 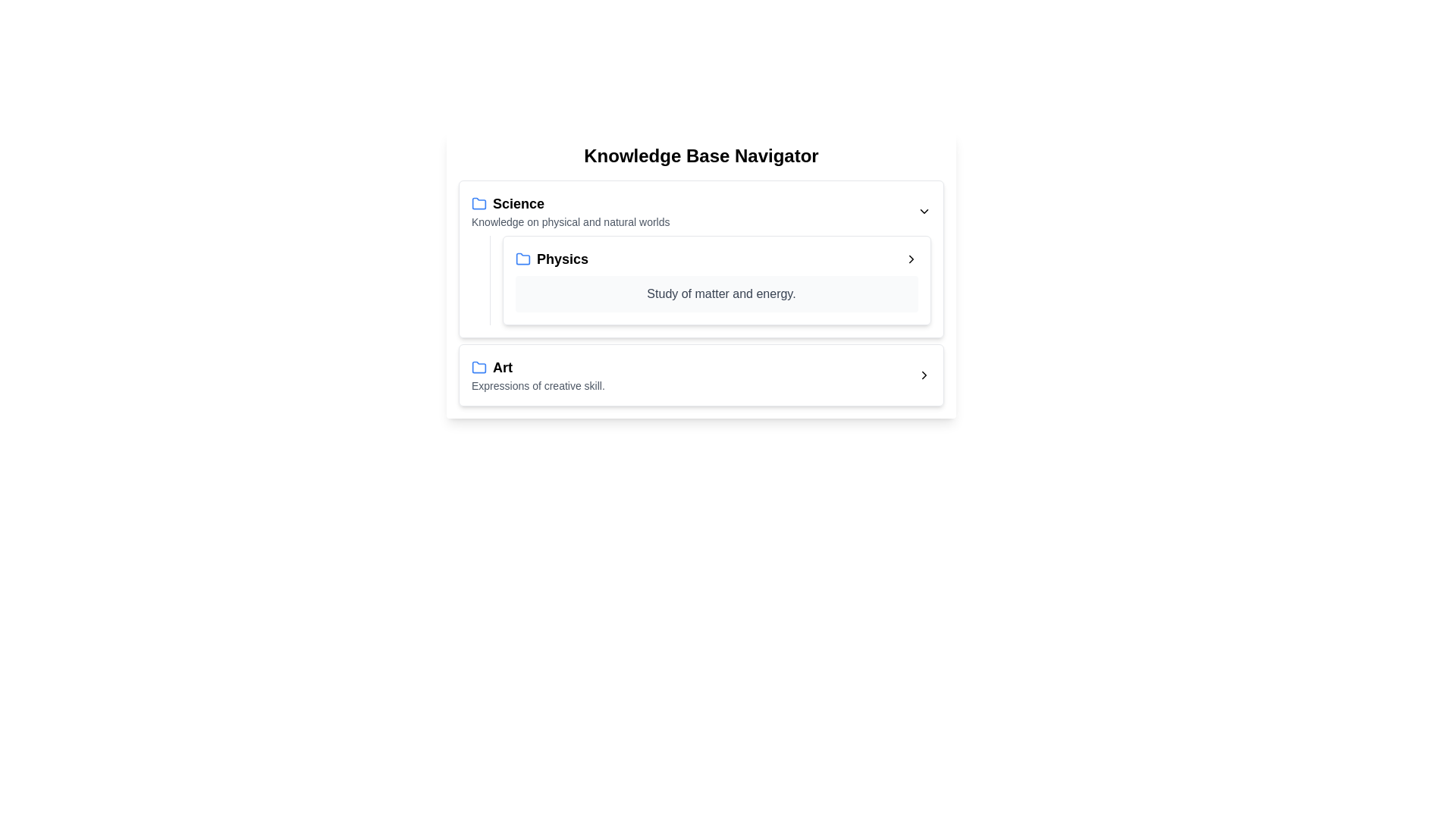 What do you see at coordinates (538, 375) in the screenshot?
I see `the composite UI component displaying 'Art' with the descriptive text 'Expressions of creative skill.' and a blue folder icon` at bounding box center [538, 375].